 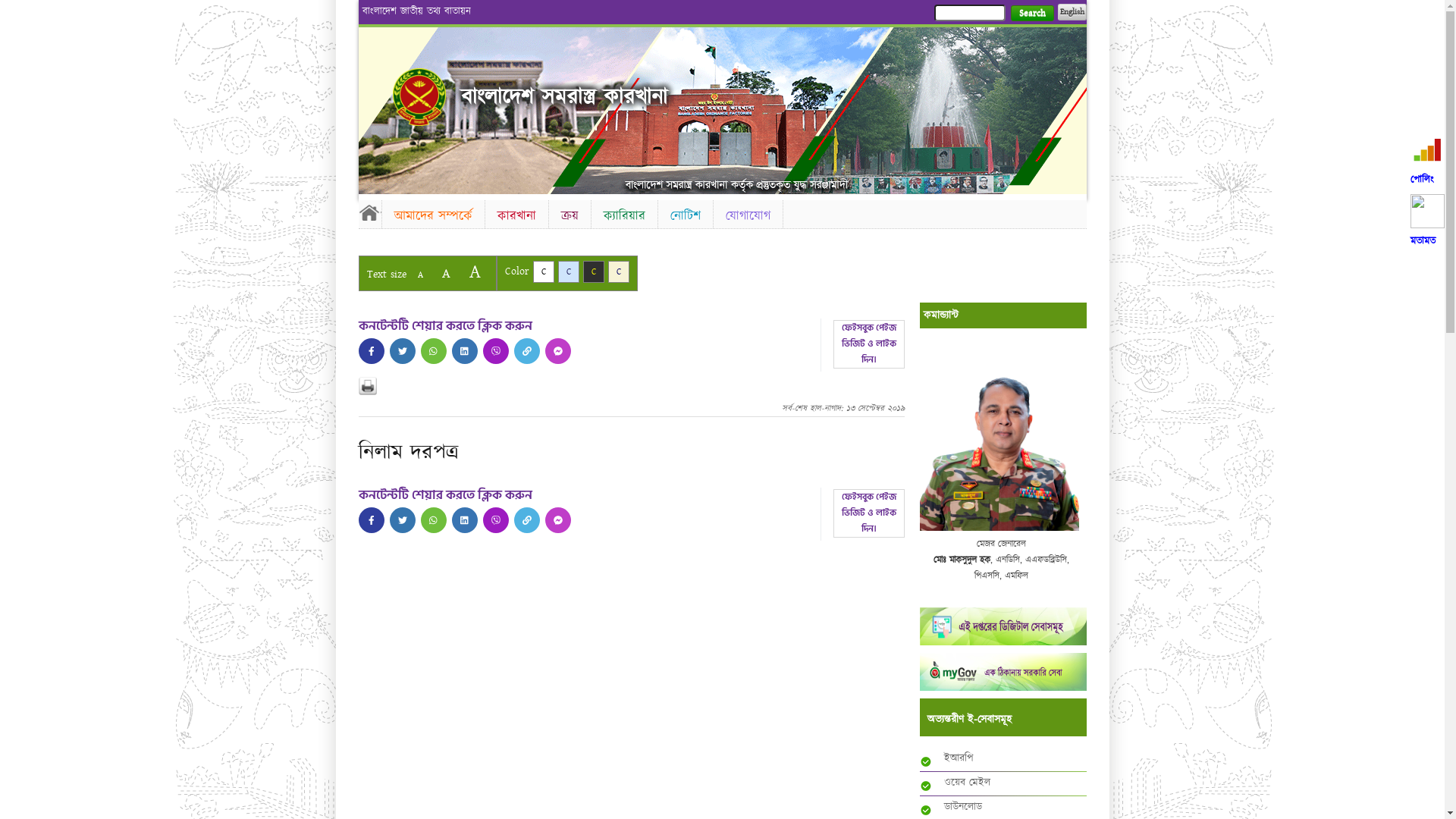 What do you see at coordinates (460, 271) in the screenshot?
I see `'A'` at bounding box center [460, 271].